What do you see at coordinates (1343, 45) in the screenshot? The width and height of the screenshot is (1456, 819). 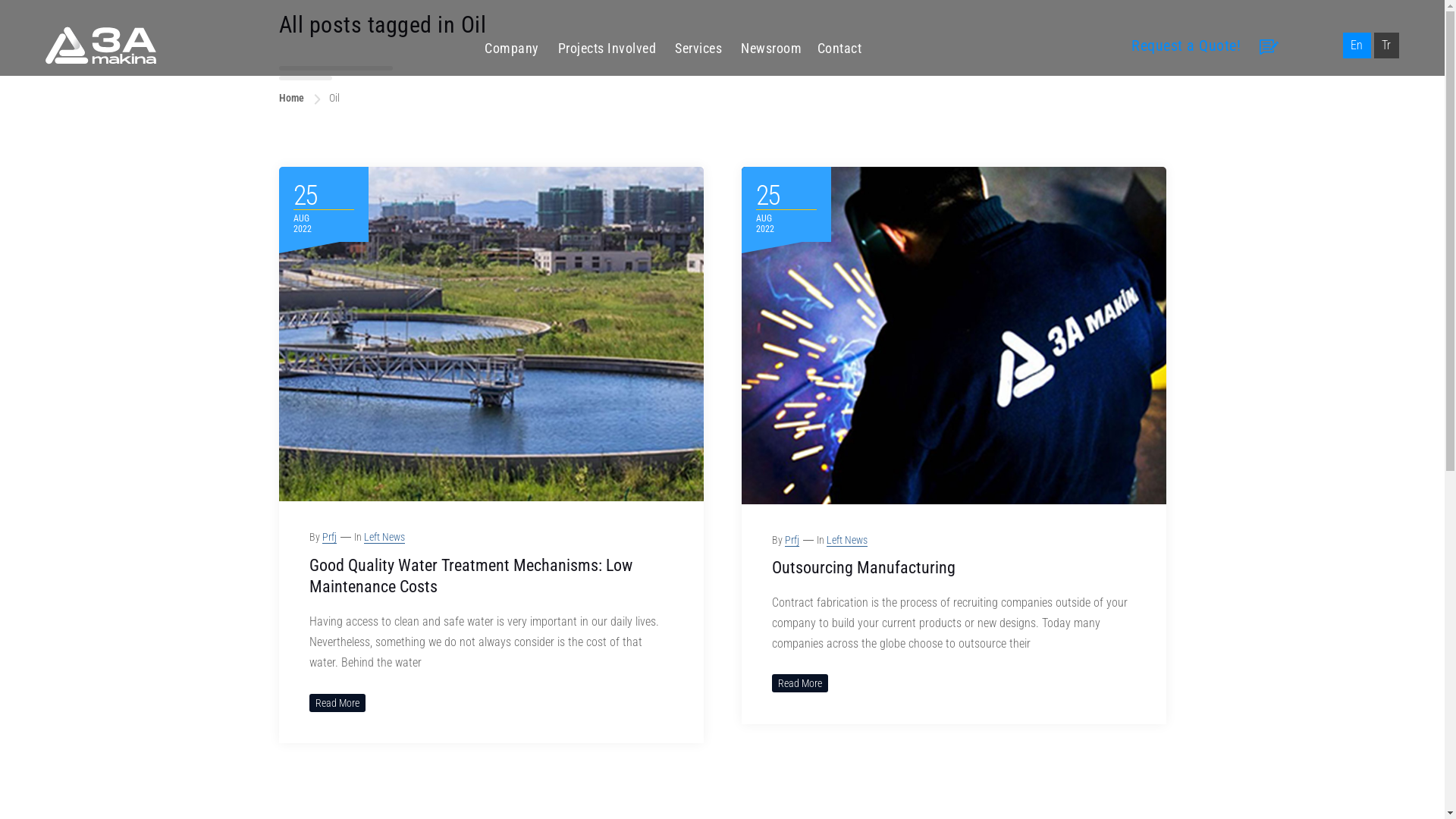 I see `'En'` at bounding box center [1343, 45].